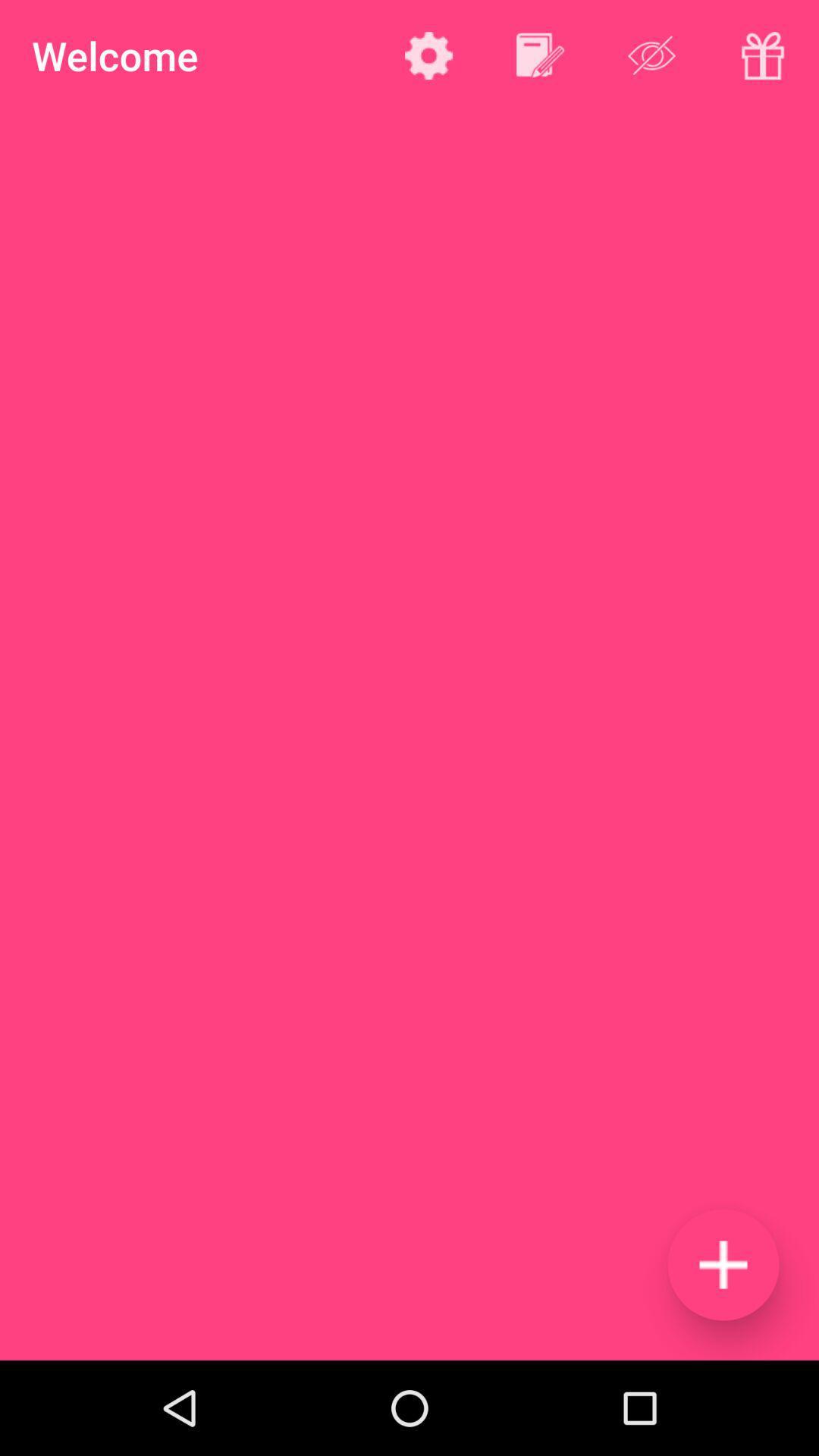  What do you see at coordinates (428, 55) in the screenshot?
I see `settings option` at bounding box center [428, 55].